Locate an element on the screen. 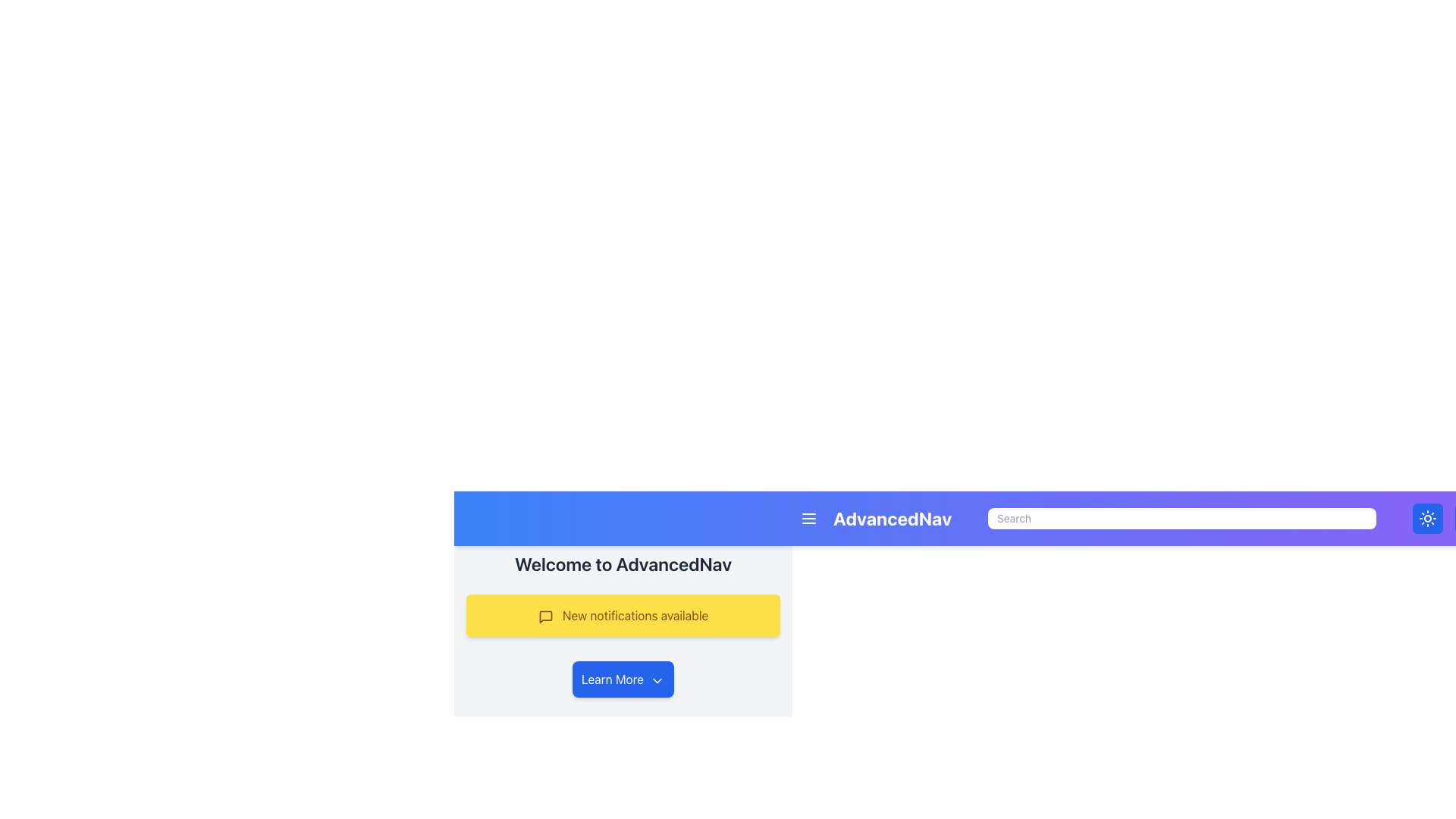  the button with a text label and chevron icon located below the yellow notification box is located at coordinates (623, 678).